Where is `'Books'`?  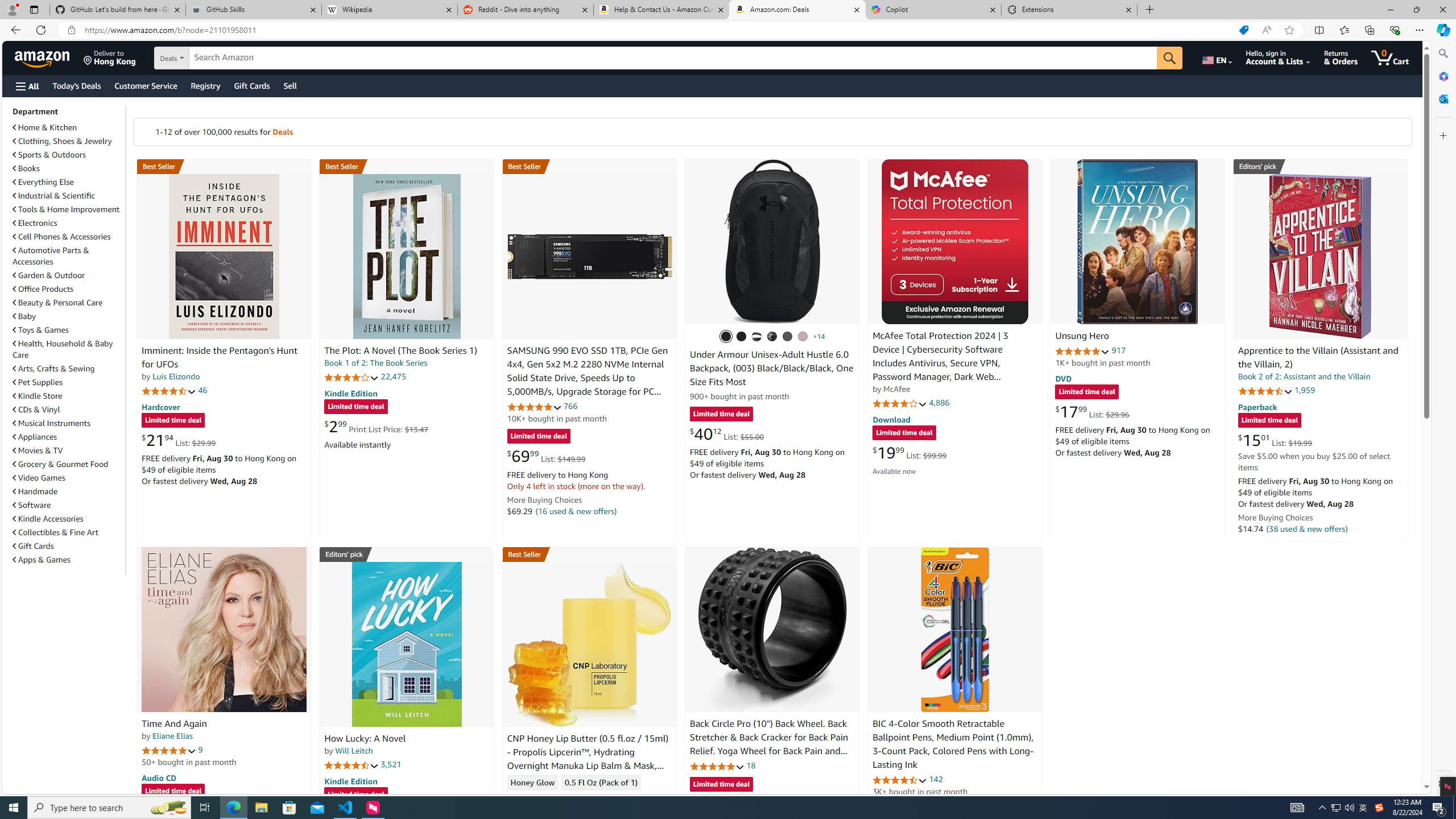 'Books' is located at coordinates (67, 167).